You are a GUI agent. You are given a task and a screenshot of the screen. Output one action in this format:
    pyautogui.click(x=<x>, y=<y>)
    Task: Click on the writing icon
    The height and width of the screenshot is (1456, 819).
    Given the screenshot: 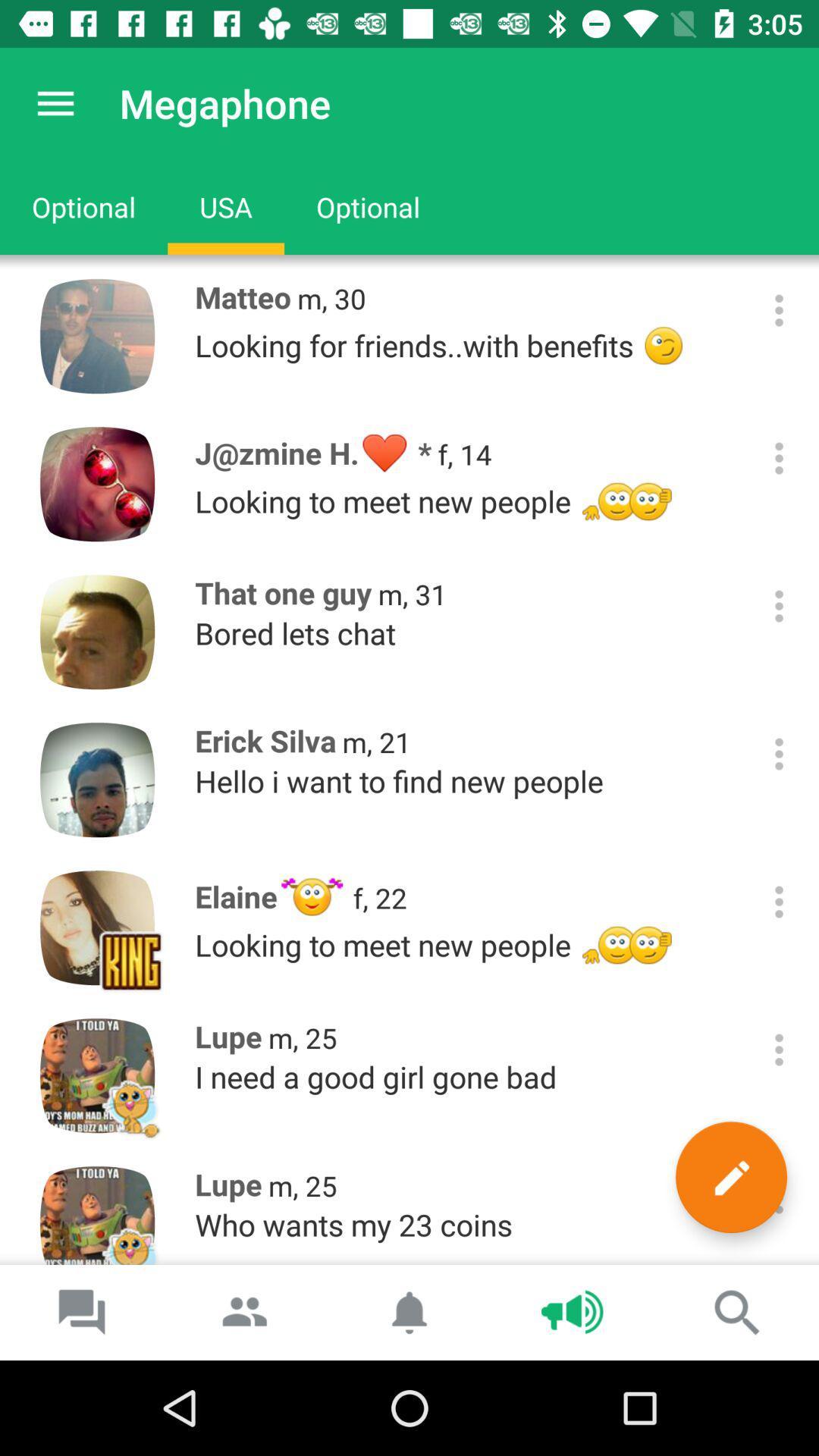 What is the action you would take?
    pyautogui.click(x=730, y=1176)
    